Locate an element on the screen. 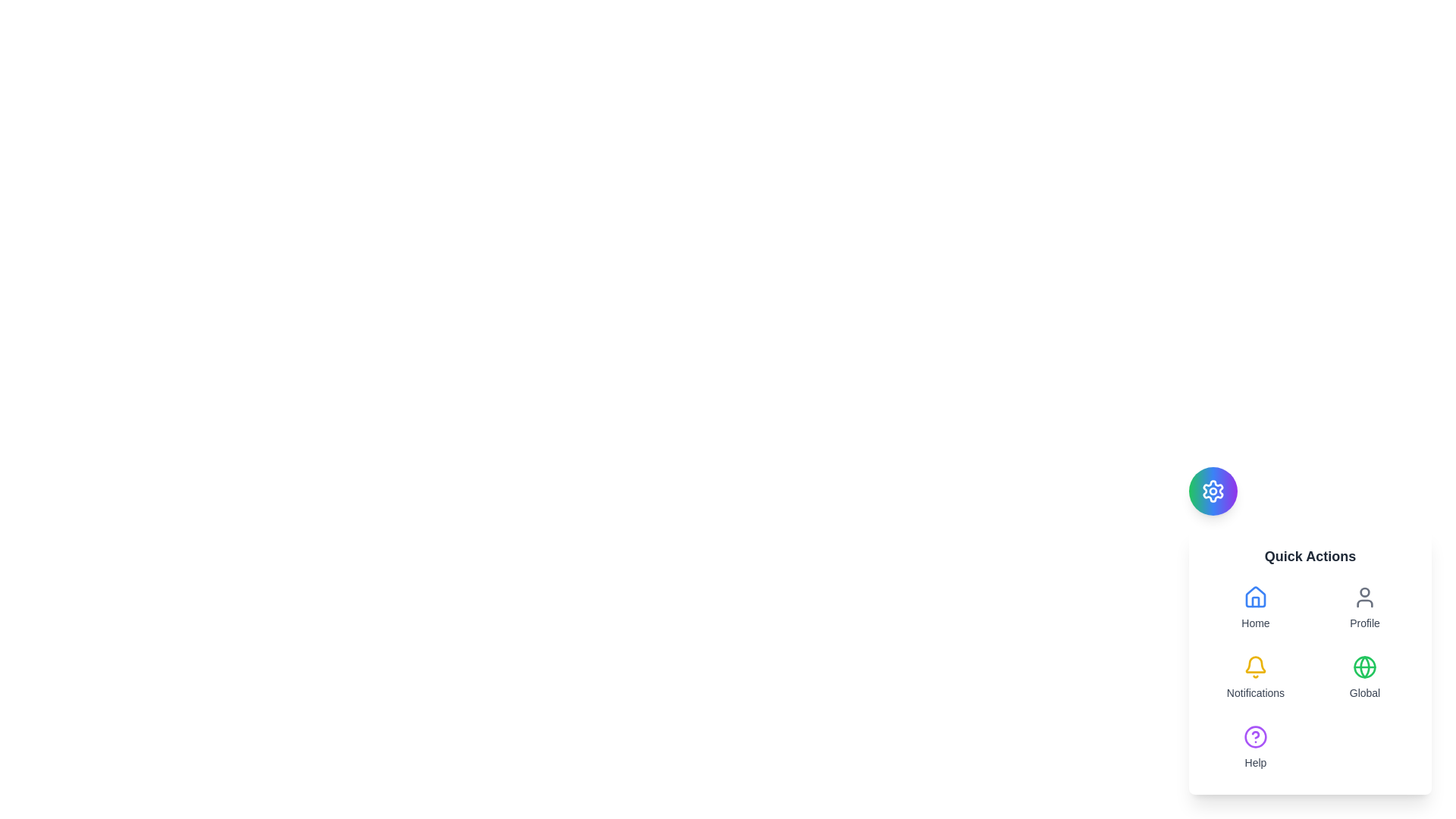 The image size is (1456, 819). the settings icon located near the bottom-right corner of the interface is located at coordinates (1212, 491).